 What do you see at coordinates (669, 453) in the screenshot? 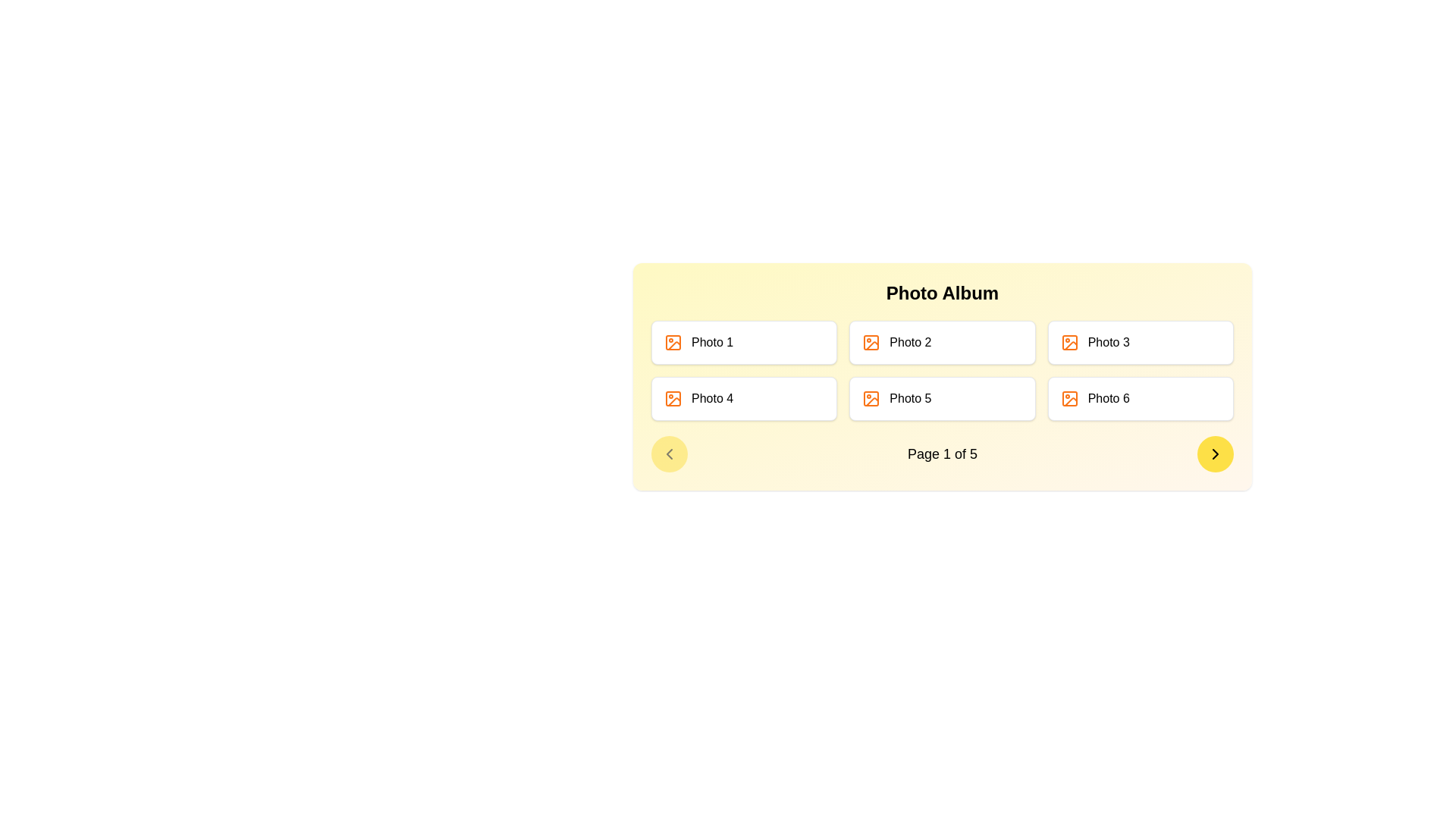
I see `the left-facing chevron icon inside the circular button with a yellow background, located in the bottom-left corner of the photo album panel to visualize interactivity effects` at bounding box center [669, 453].